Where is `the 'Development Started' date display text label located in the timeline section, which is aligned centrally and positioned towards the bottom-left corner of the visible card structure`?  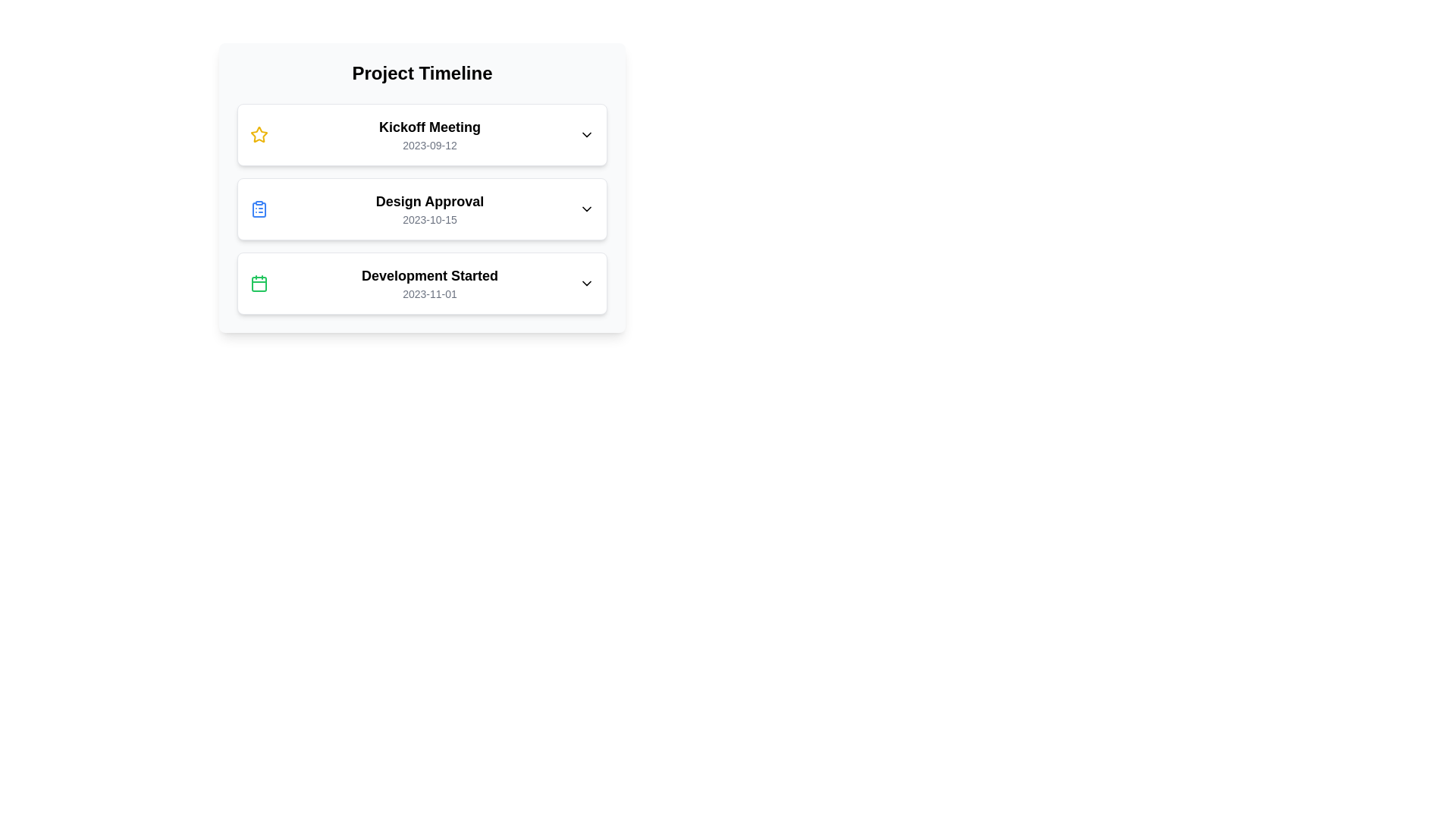
the 'Development Started' date display text label located in the timeline section, which is aligned centrally and positioned towards the bottom-left corner of the visible card structure is located at coordinates (428, 294).